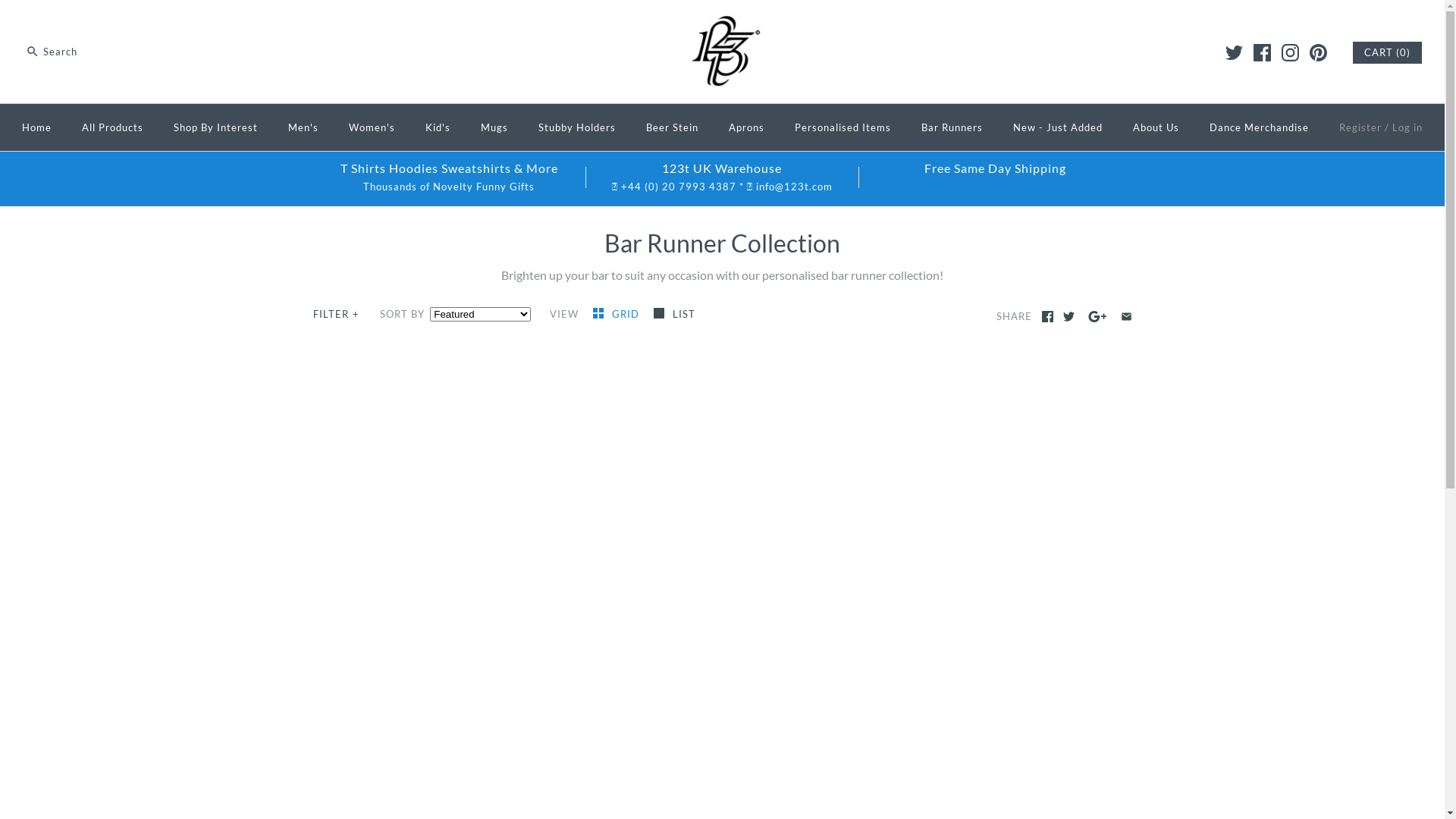  I want to click on 'Aprons', so click(714, 127).